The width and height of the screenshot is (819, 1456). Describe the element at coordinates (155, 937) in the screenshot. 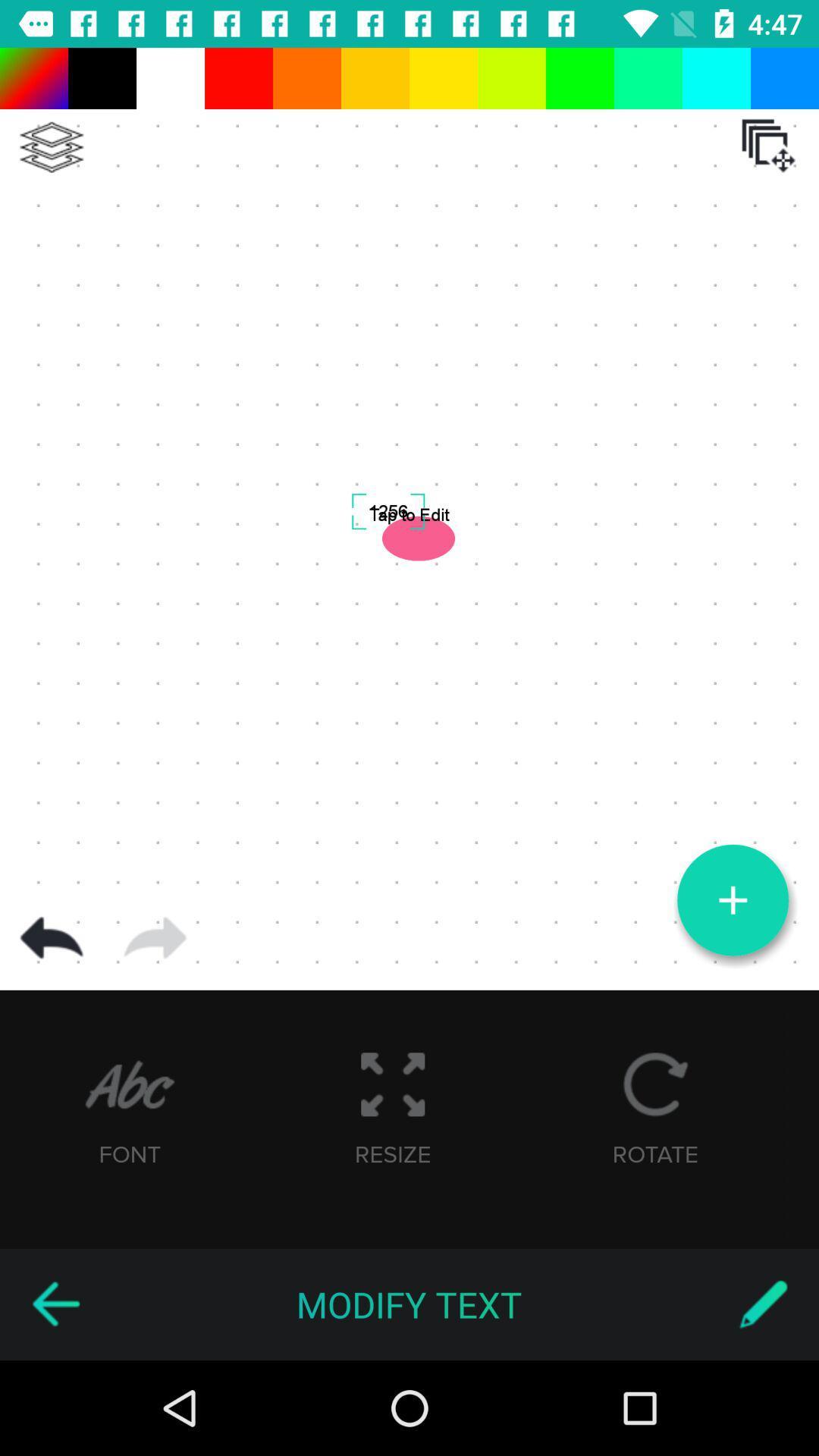

I see `redo` at that location.